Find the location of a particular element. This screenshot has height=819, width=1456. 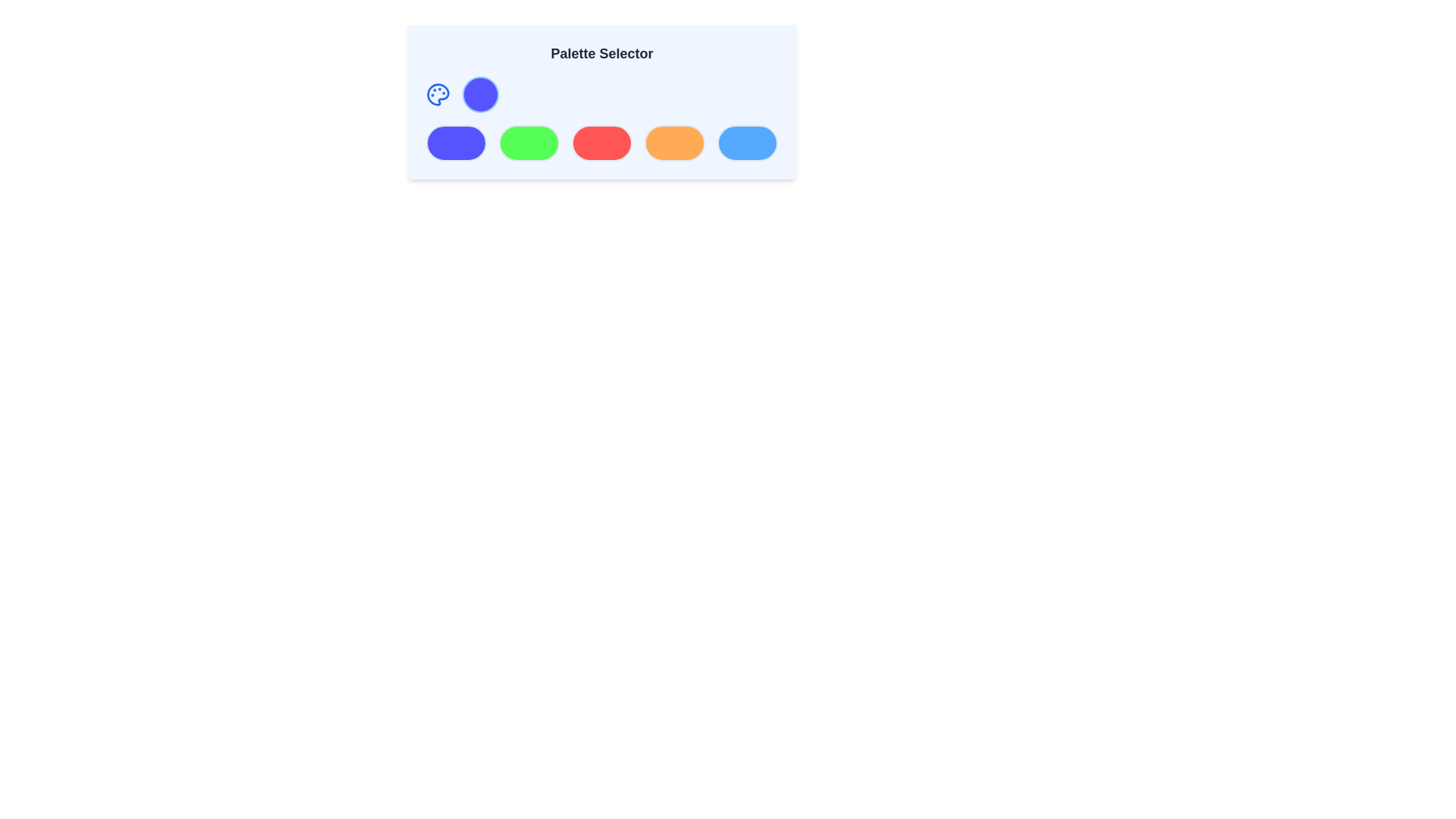

the fourth button in a row of five, which serves as a color selector is located at coordinates (673, 143).